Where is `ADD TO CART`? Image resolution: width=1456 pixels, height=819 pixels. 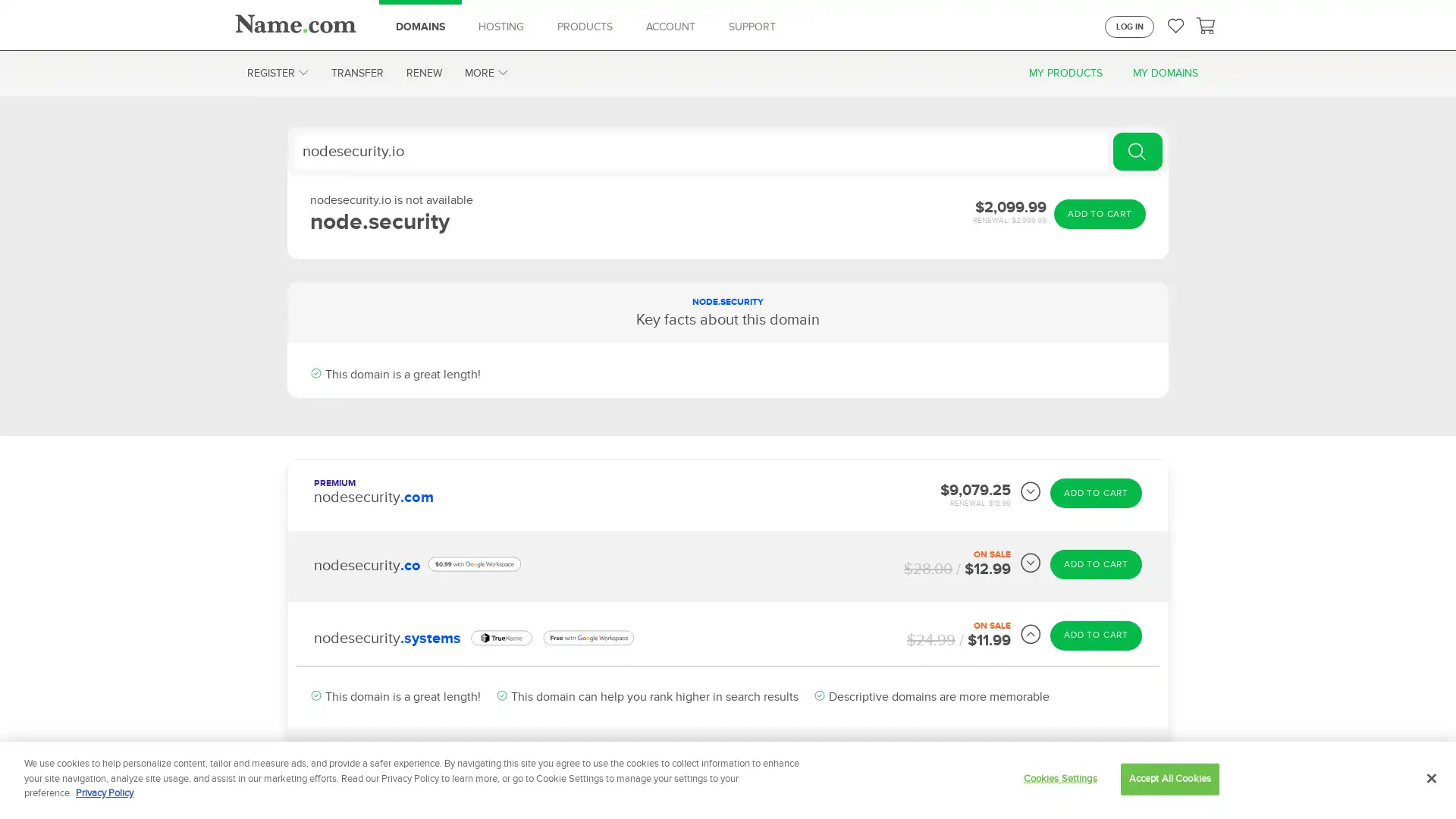
ADD TO CART is located at coordinates (1096, 493).